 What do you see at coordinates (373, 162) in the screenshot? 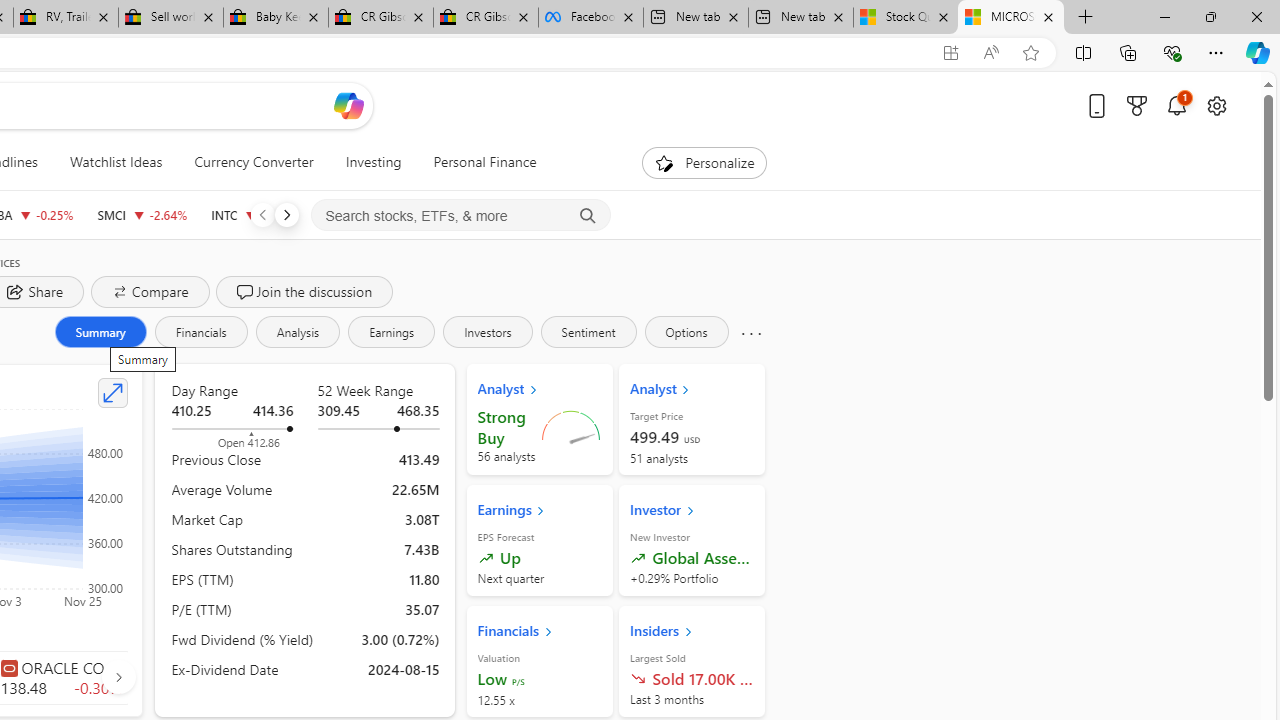
I see `'Investing'` at bounding box center [373, 162].